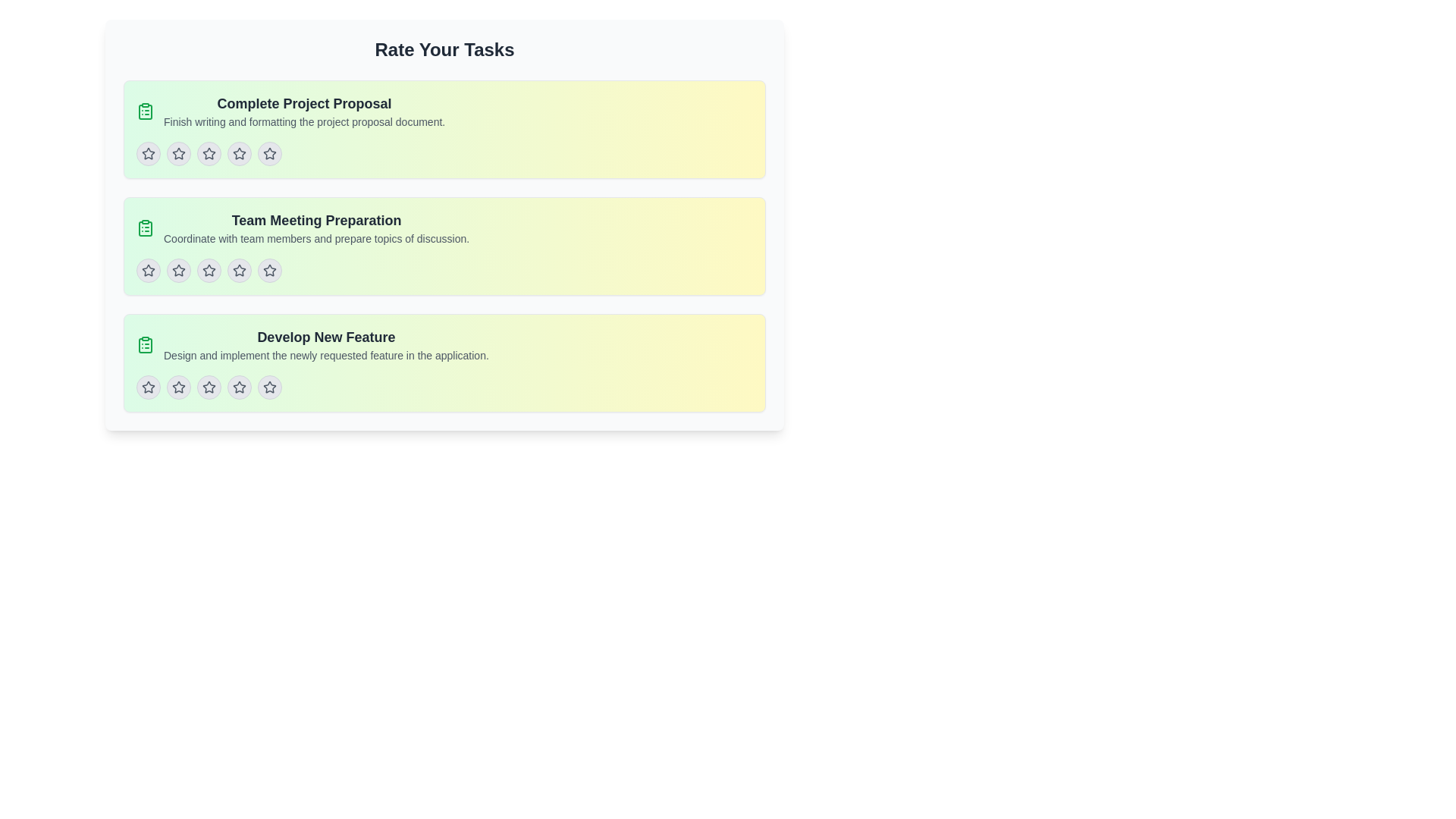 The image size is (1456, 819). What do you see at coordinates (146, 227) in the screenshot?
I see `the green clipboard icon located to the left of the text 'Team Meeting Preparation', which is aligned within the task's row` at bounding box center [146, 227].